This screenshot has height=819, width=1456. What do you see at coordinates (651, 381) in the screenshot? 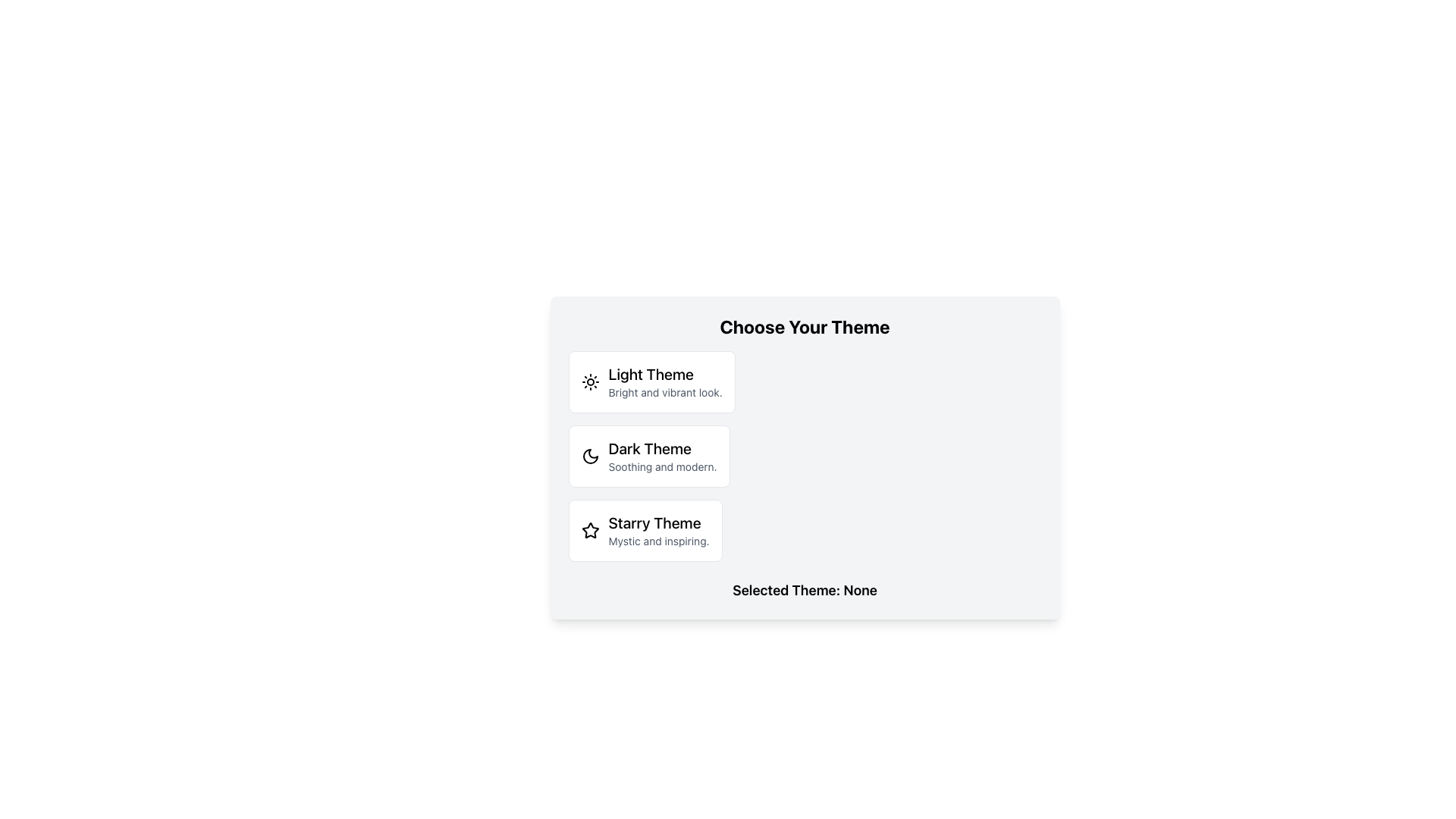
I see `the 'Light Theme' button, which is a rectangular button with rounded corners, a white background, and an icon of a sun` at bounding box center [651, 381].